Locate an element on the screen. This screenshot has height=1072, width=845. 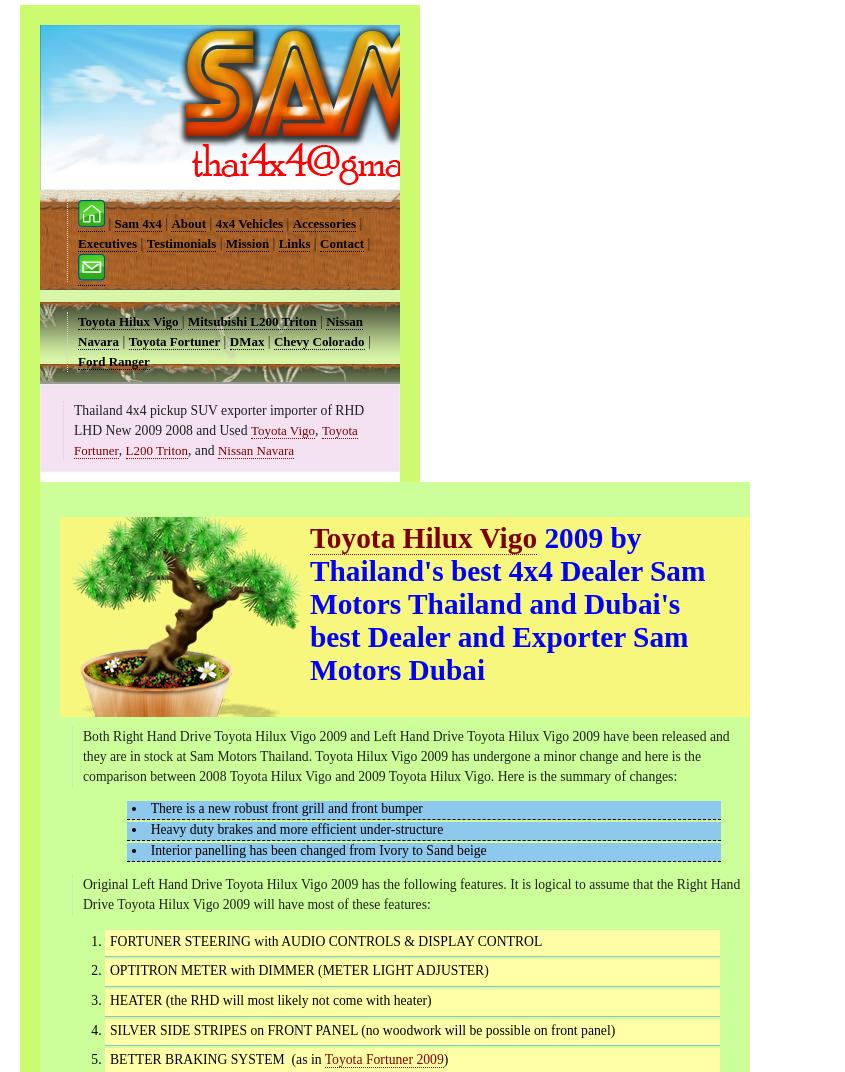
'Thailand 4x4 pickup SUV exporter importer of RHD LHD New 2009 
				2008 and Used' is located at coordinates (73, 419).